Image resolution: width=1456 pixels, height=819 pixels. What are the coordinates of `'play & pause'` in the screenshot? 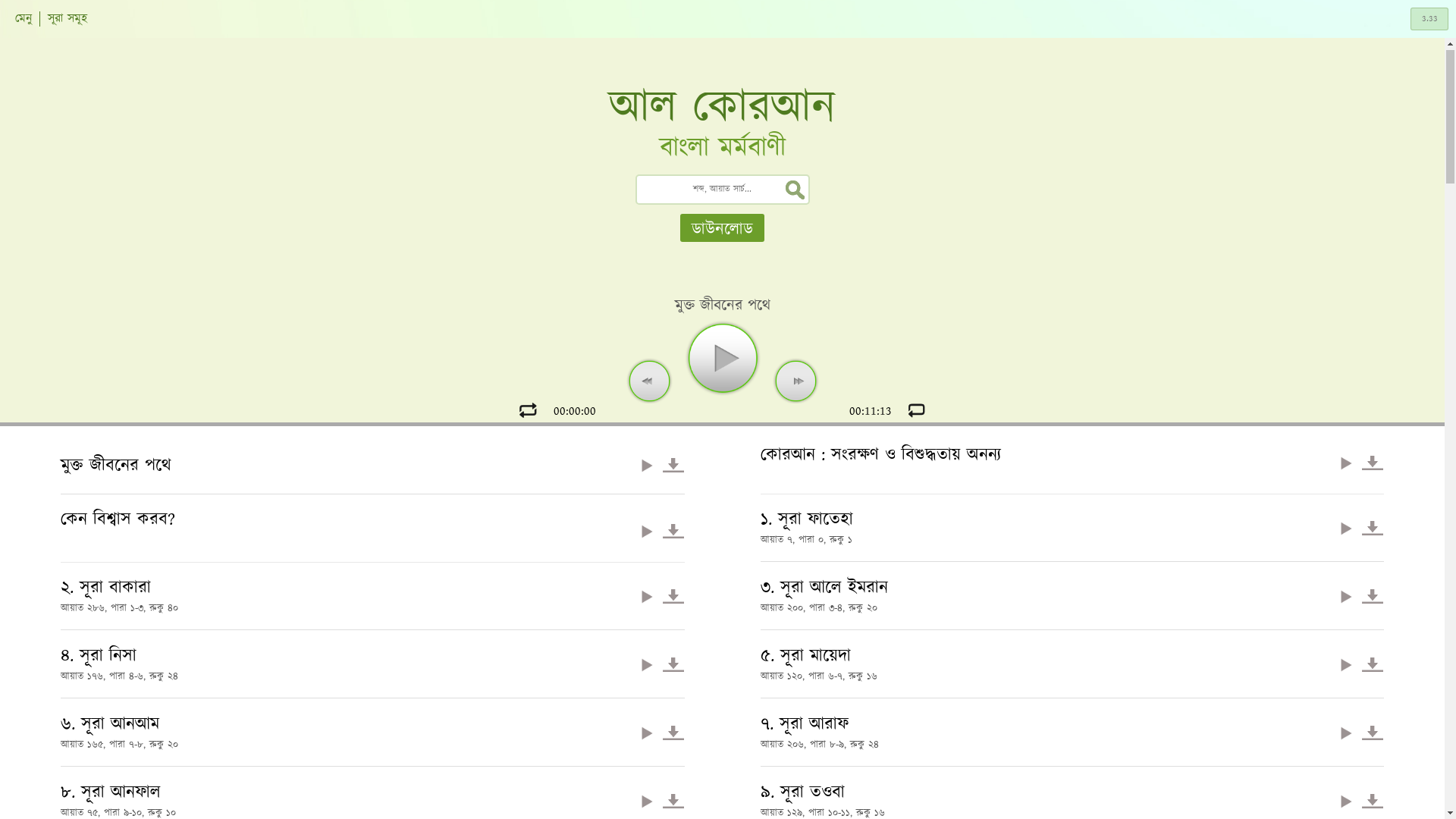 It's located at (720, 357).